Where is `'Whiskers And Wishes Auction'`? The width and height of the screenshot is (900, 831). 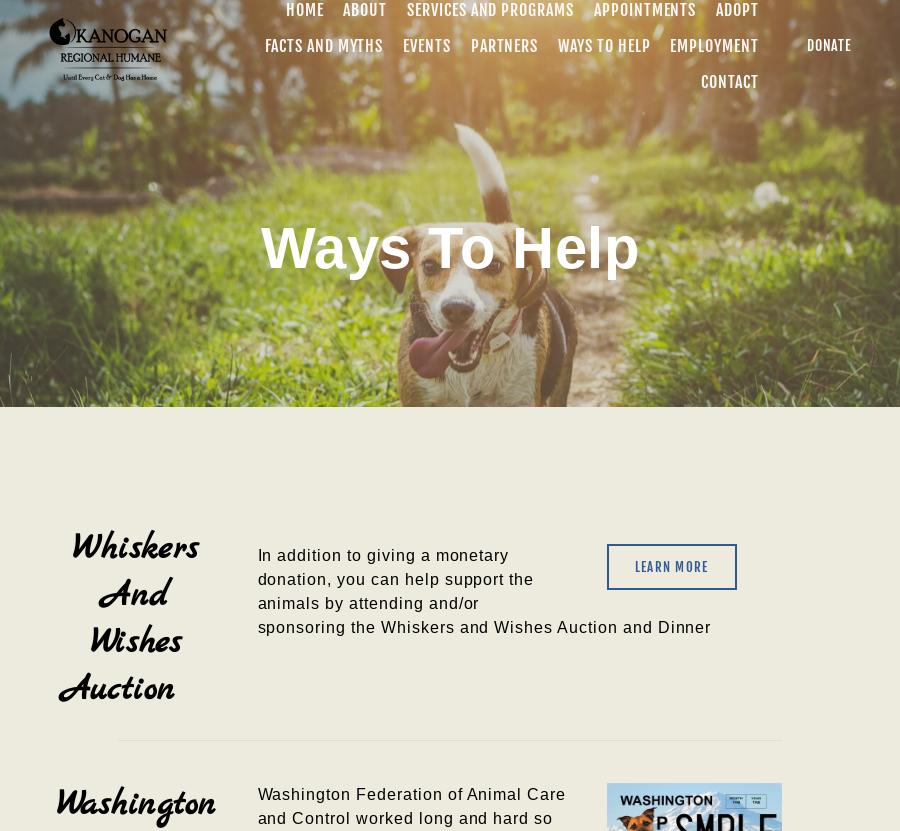
'Whiskers And Wishes Auction' is located at coordinates (60, 618).